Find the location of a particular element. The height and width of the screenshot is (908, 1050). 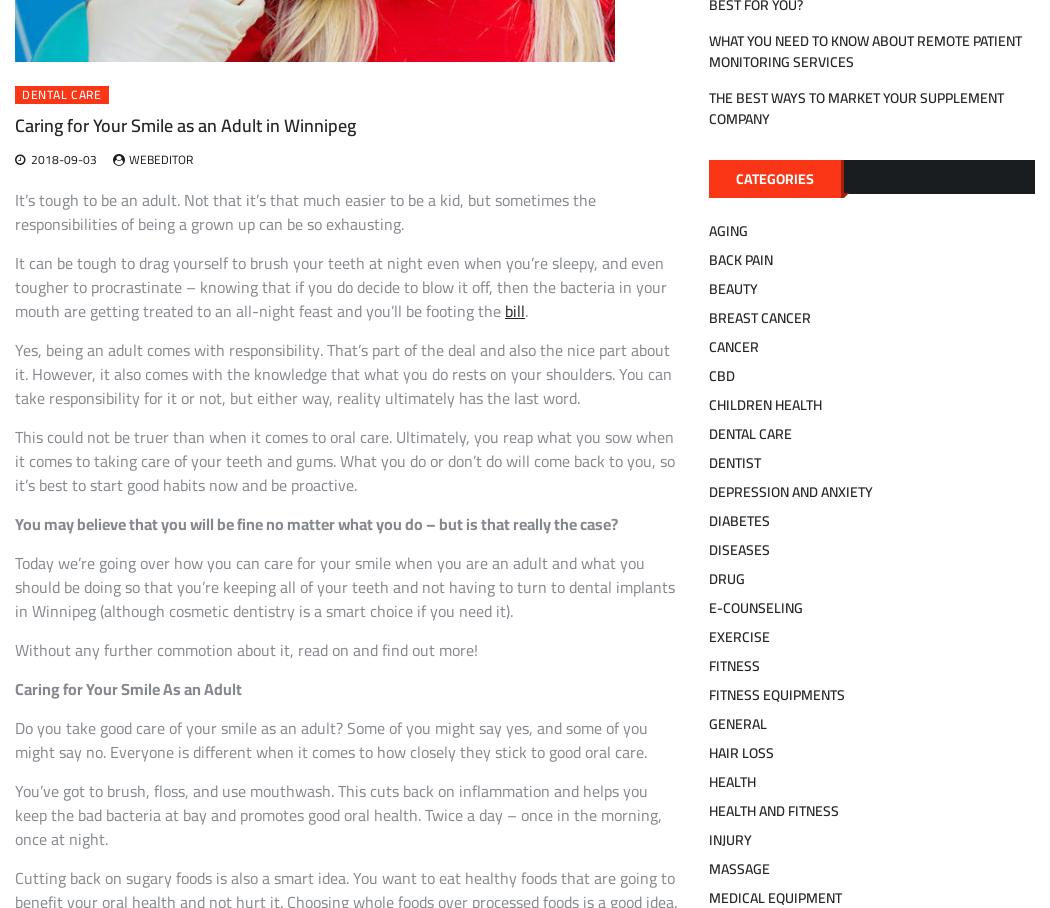

'You’ve got to brush, floss, and use mouthwash. This cuts back on inflammation and helps you keep the bad bacteria at bay and promotes good oral health. Twice a day – once in the morning, once at night.' is located at coordinates (338, 815).